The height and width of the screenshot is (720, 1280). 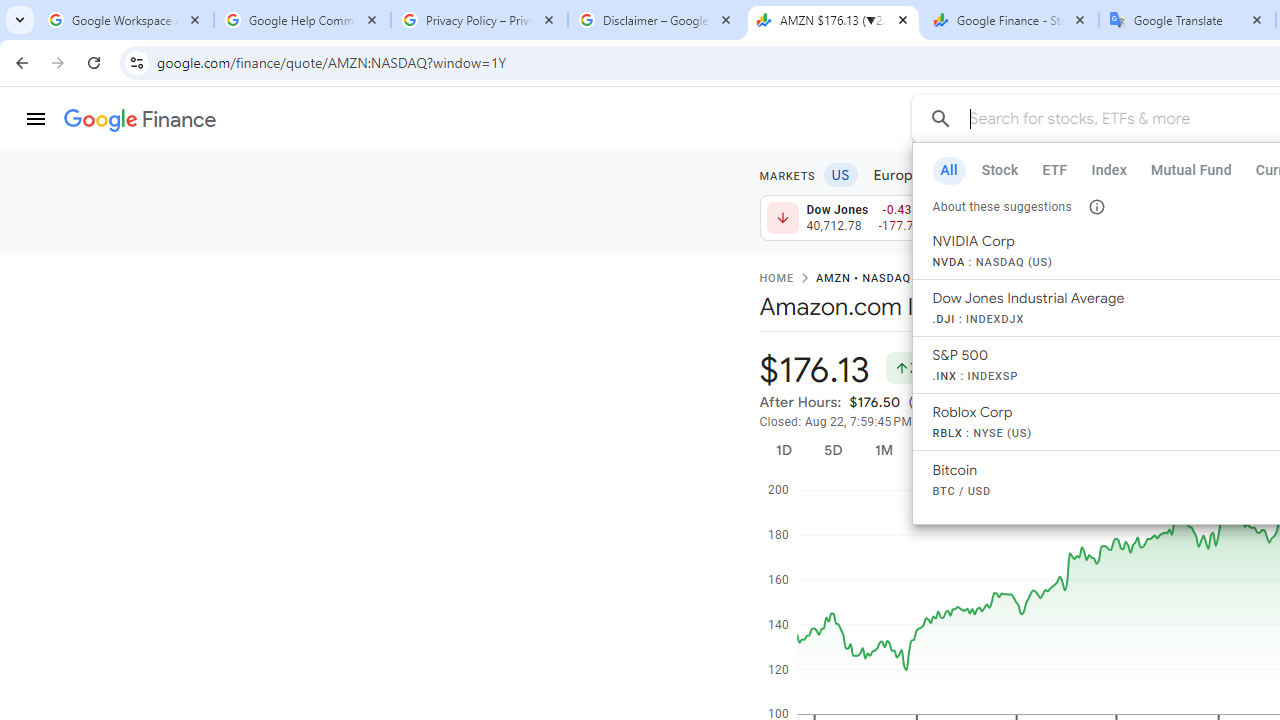 What do you see at coordinates (948, 170) in the screenshot?
I see `'All'` at bounding box center [948, 170].